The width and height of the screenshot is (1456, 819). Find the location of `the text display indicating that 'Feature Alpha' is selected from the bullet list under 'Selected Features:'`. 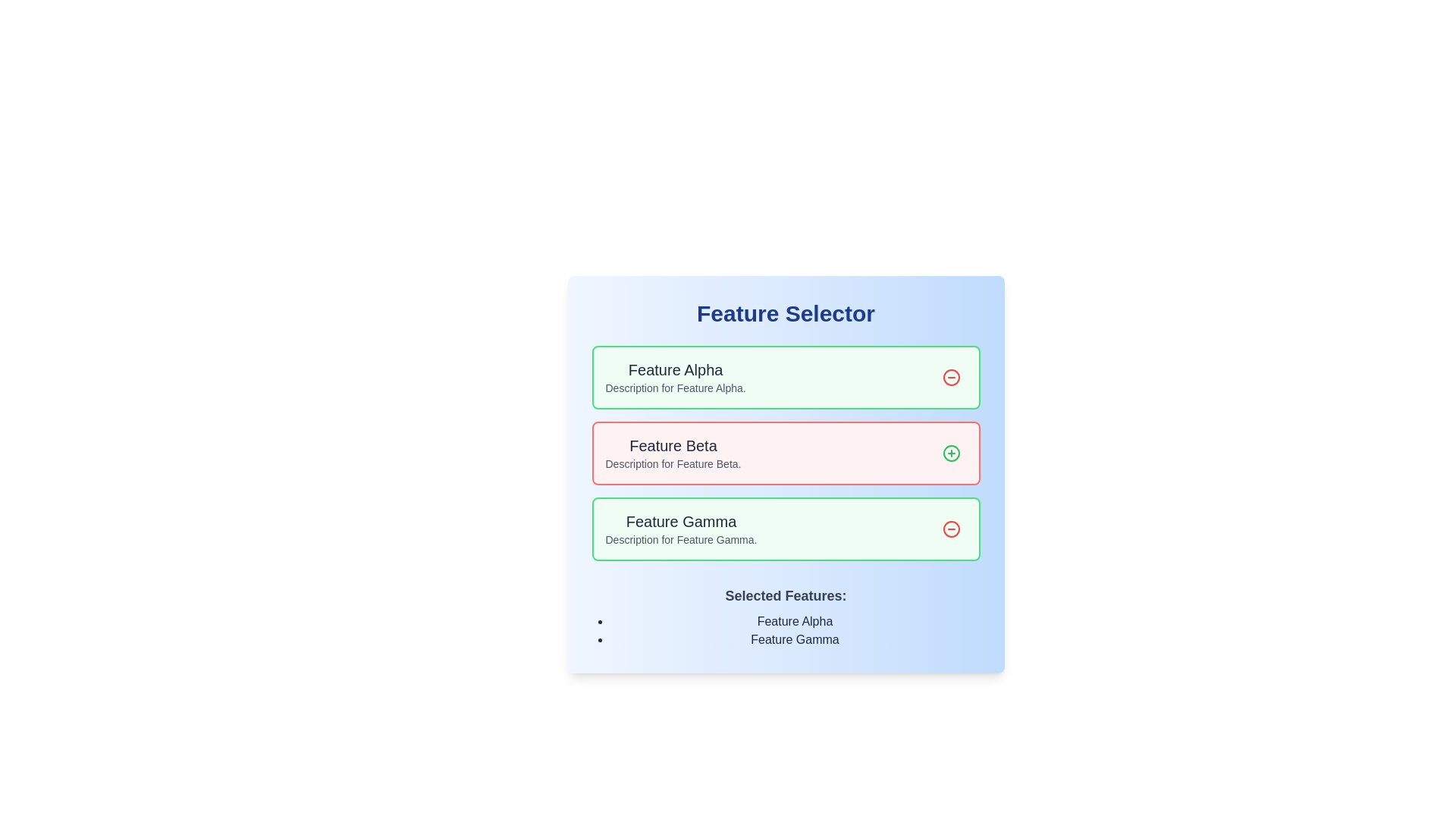

the text display indicating that 'Feature Alpha' is selected from the bullet list under 'Selected Features:' is located at coordinates (794, 622).